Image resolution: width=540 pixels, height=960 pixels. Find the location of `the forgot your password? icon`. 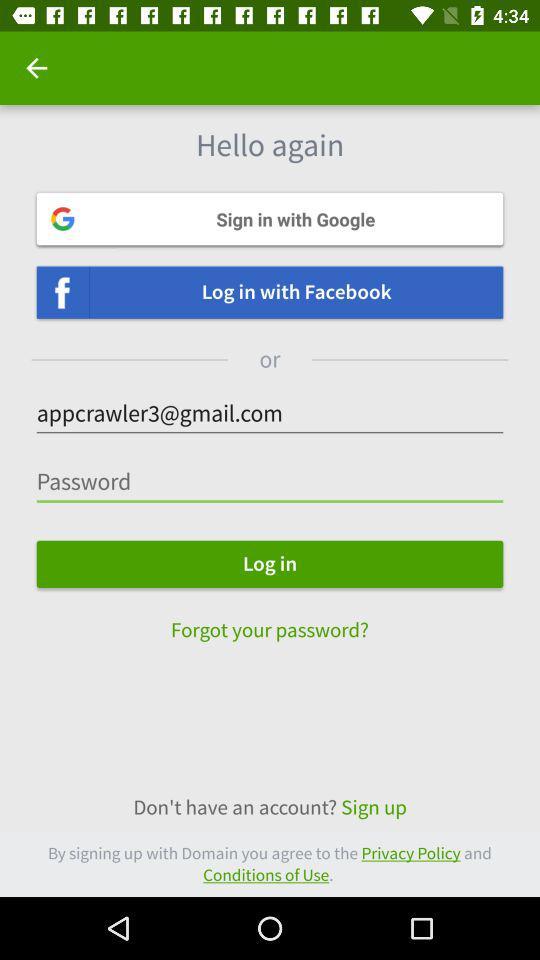

the forgot your password? icon is located at coordinates (270, 619).